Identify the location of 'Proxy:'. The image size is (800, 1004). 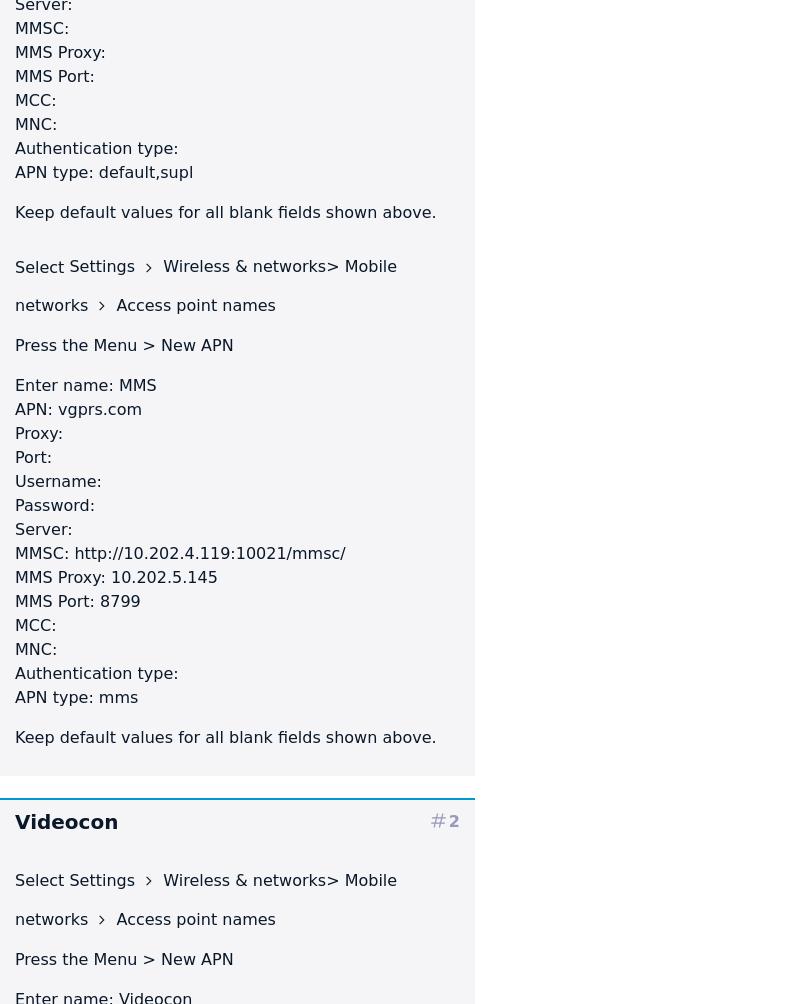
(38, 432).